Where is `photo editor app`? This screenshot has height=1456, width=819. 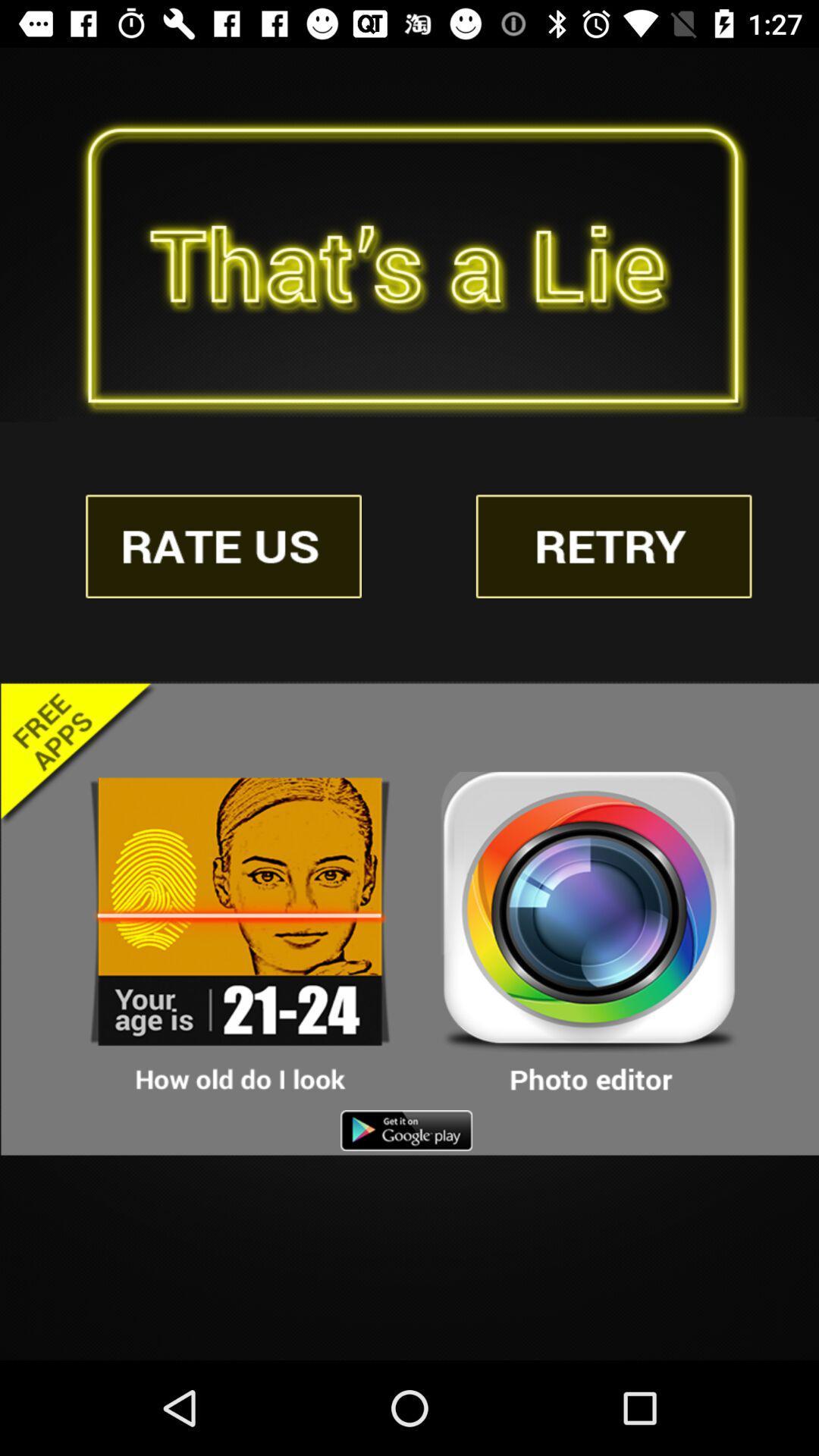 photo editor app is located at coordinates (588, 933).